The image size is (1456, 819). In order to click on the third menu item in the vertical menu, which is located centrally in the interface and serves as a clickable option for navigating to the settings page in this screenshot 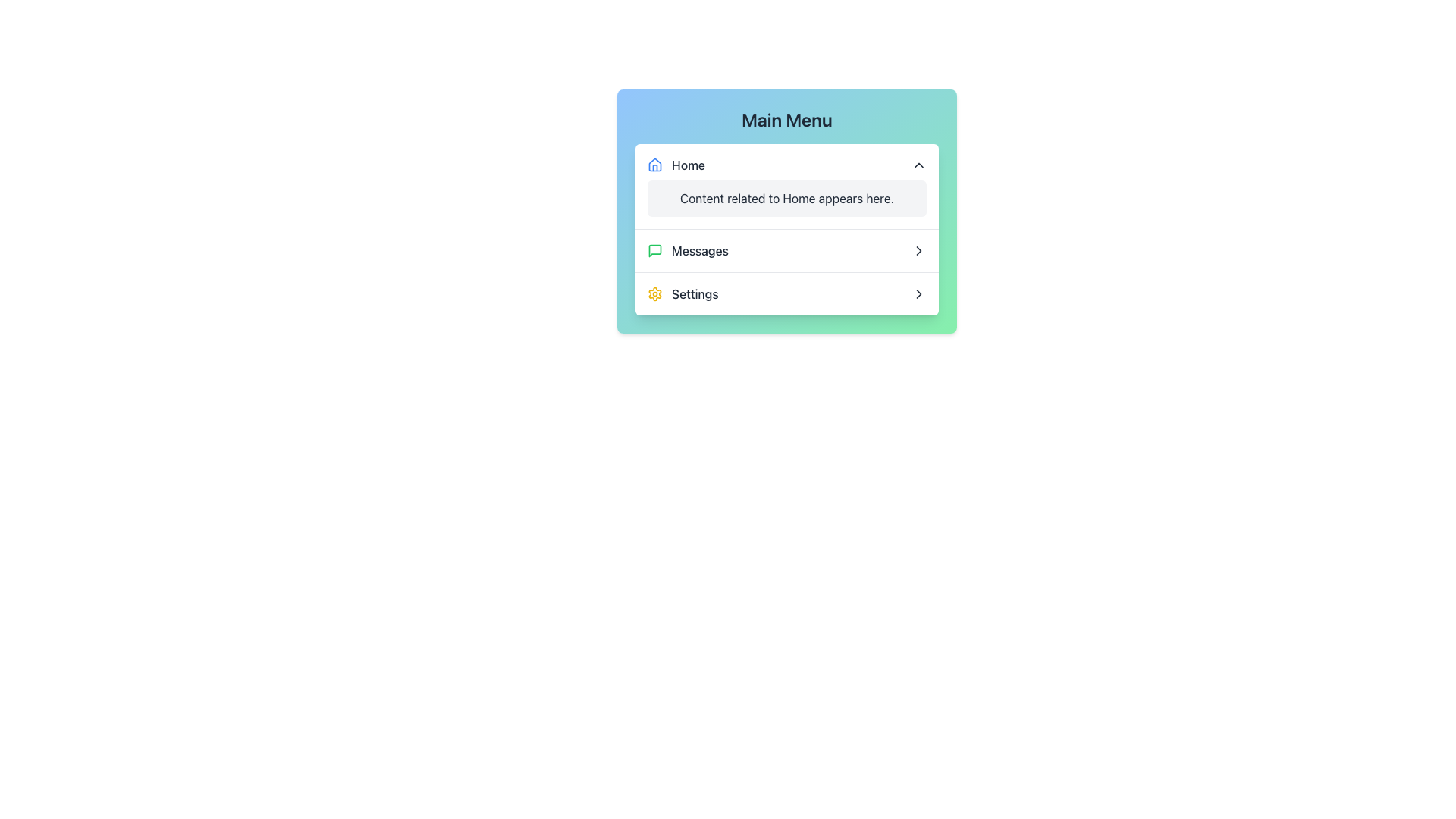, I will do `click(786, 293)`.